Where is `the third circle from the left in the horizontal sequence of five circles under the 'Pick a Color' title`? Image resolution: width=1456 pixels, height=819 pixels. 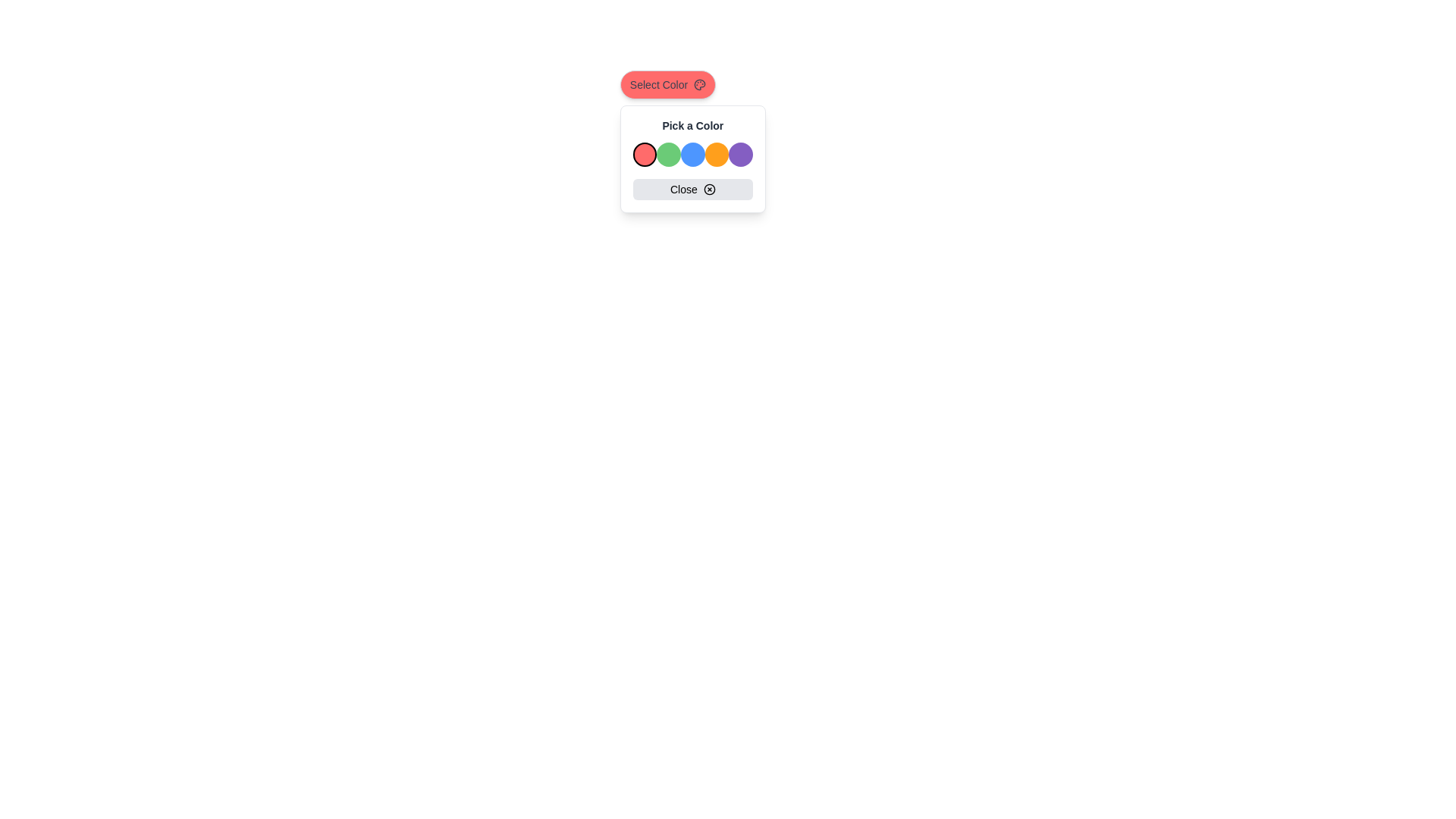 the third circle from the left in the horizontal sequence of five circles under the 'Pick a Color' title is located at coordinates (692, 155).